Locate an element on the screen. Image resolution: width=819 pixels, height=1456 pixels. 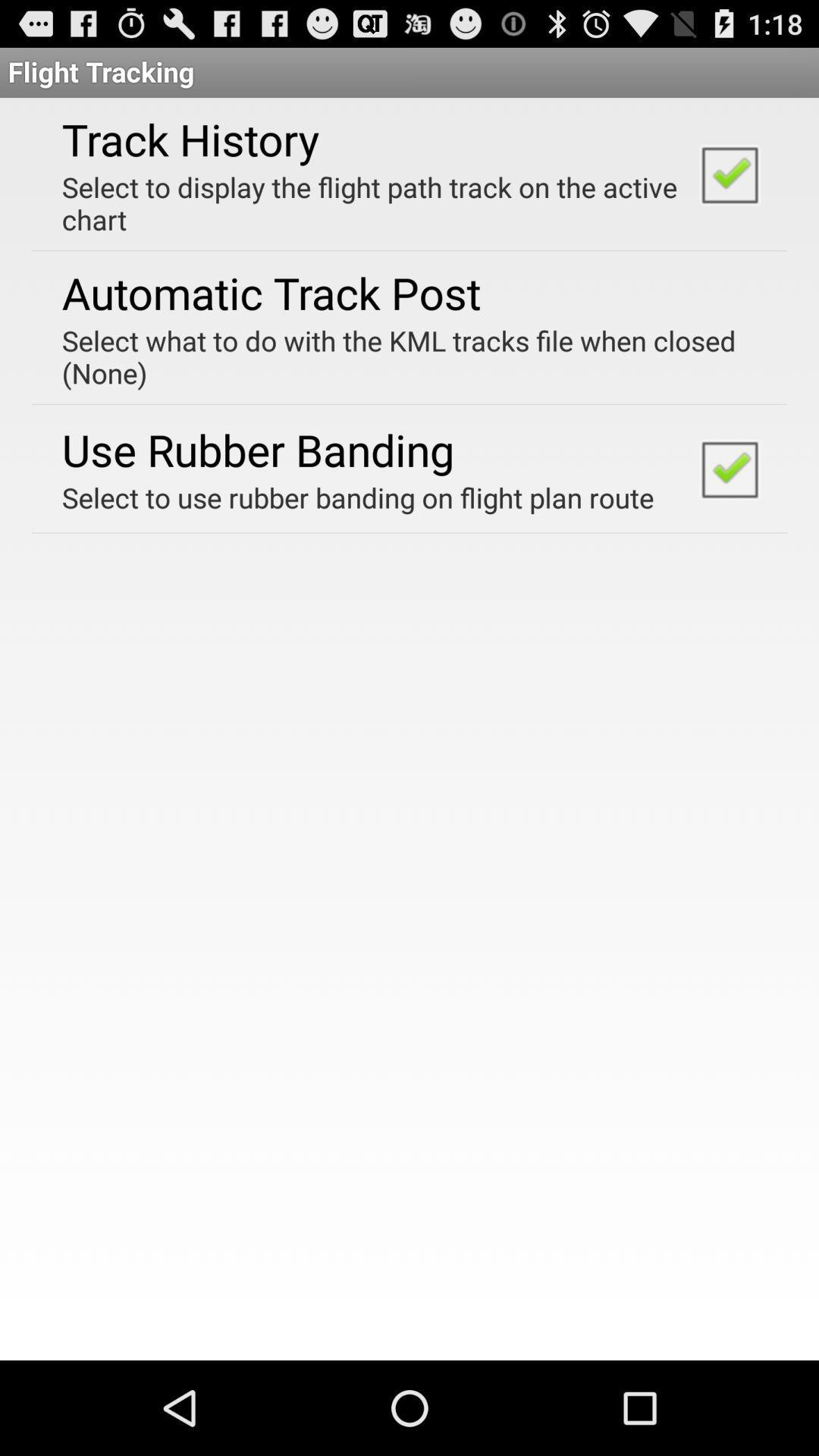
the icon above select to display item is located at coordinates (190, 139).